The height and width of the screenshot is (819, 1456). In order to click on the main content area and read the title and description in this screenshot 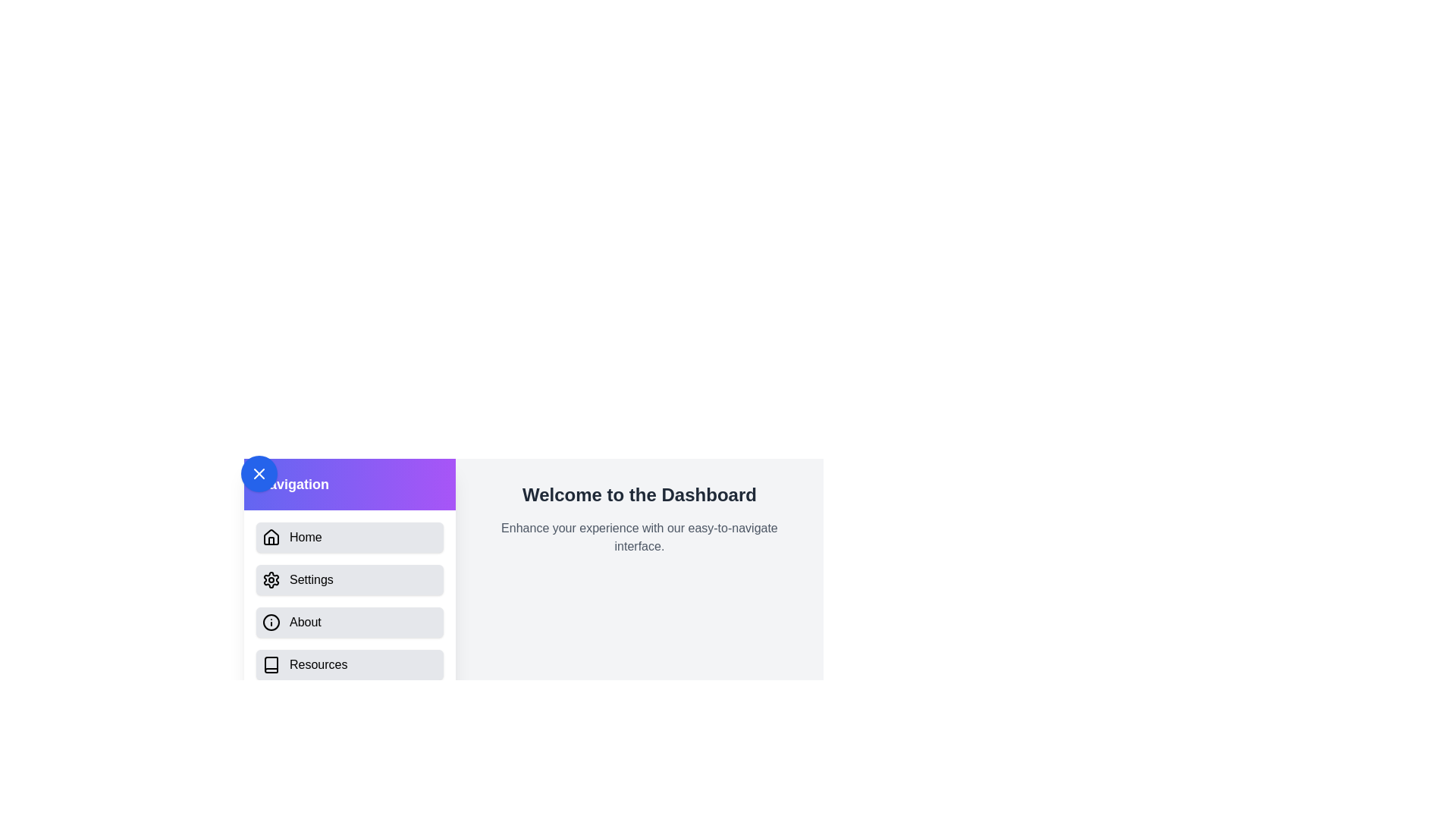, I will do `click(639, 494)`.